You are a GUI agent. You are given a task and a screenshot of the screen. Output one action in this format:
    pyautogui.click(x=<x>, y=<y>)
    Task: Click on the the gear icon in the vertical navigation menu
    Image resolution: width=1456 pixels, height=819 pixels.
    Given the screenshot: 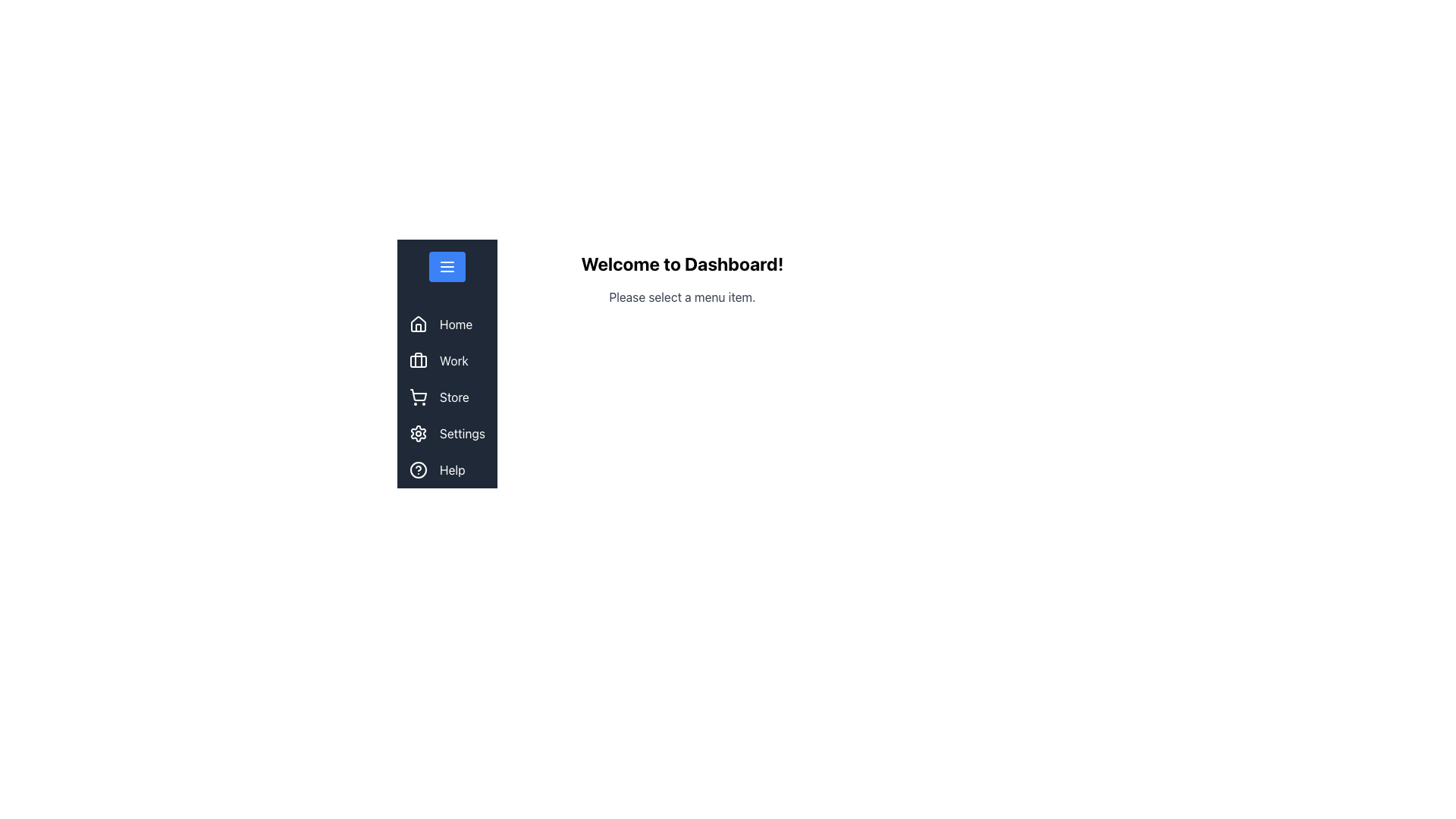 What is the action you would take?
    pyautogui.click(x=419, y=433)
    